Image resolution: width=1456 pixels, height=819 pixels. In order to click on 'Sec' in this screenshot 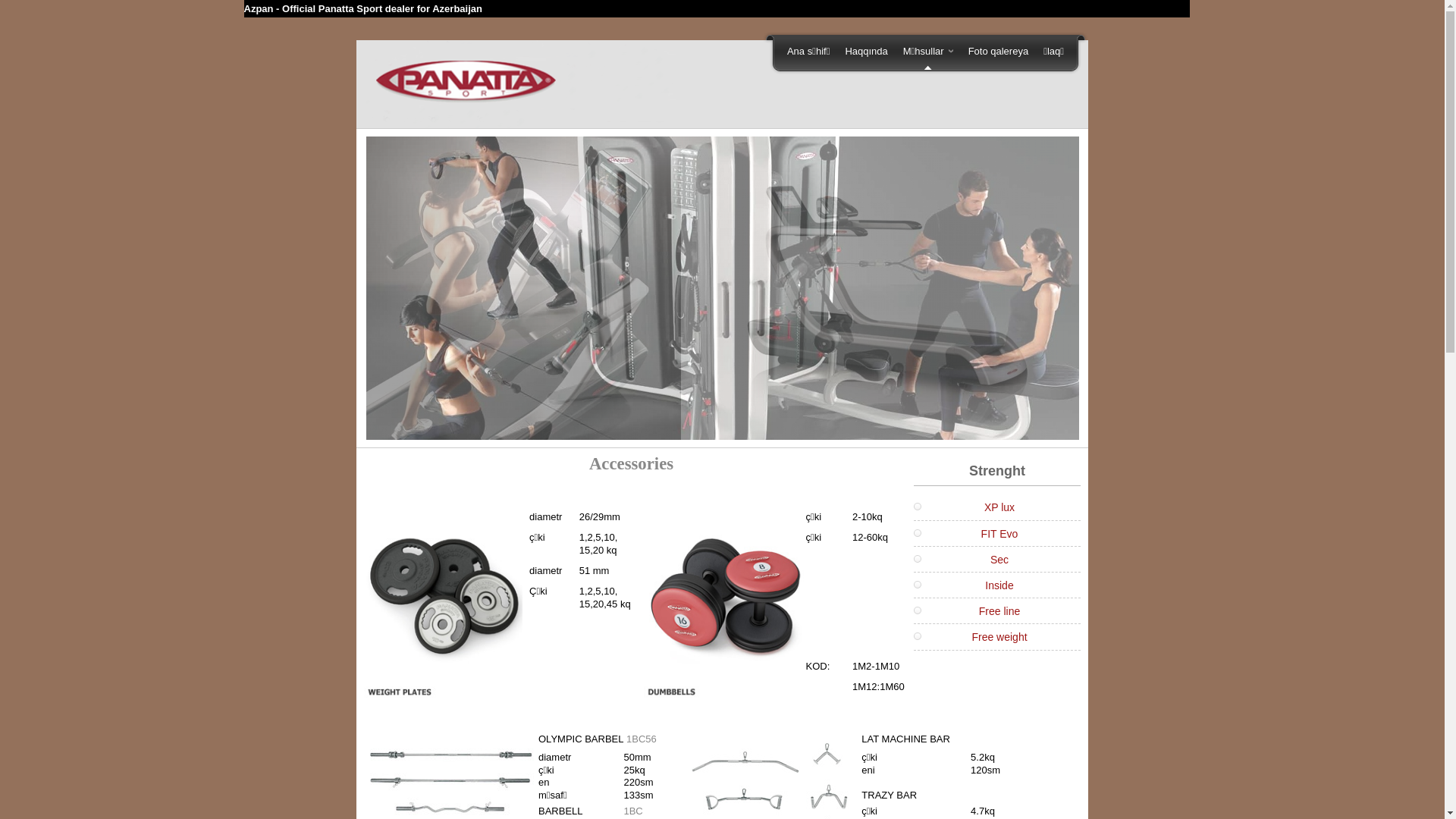, I will do `click(990, 559)`.